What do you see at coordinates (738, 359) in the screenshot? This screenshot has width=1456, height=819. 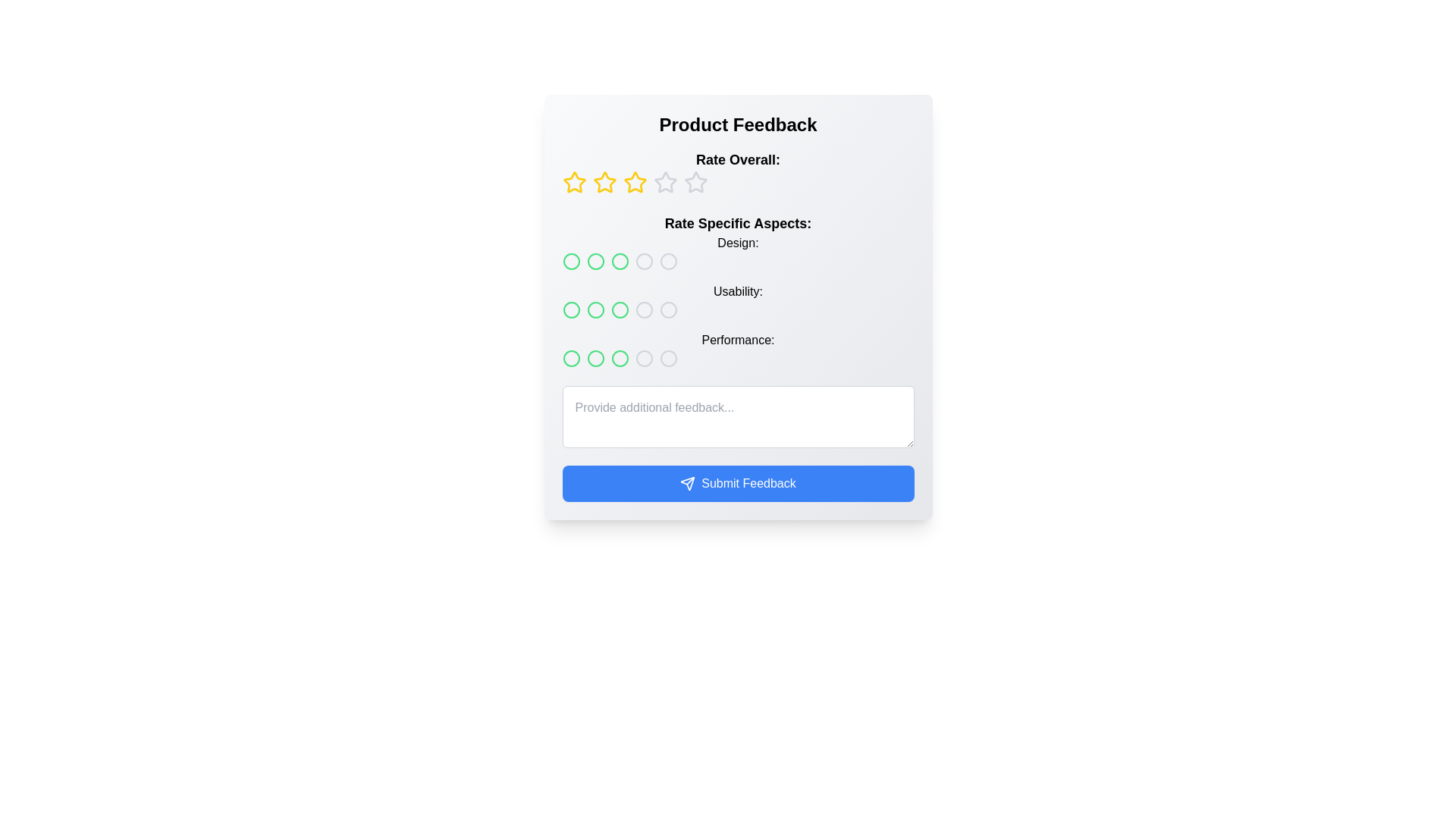 I see `across the row of selectable circular indicators in the 'Performance' rating scale` at bounding box center [738, 359].